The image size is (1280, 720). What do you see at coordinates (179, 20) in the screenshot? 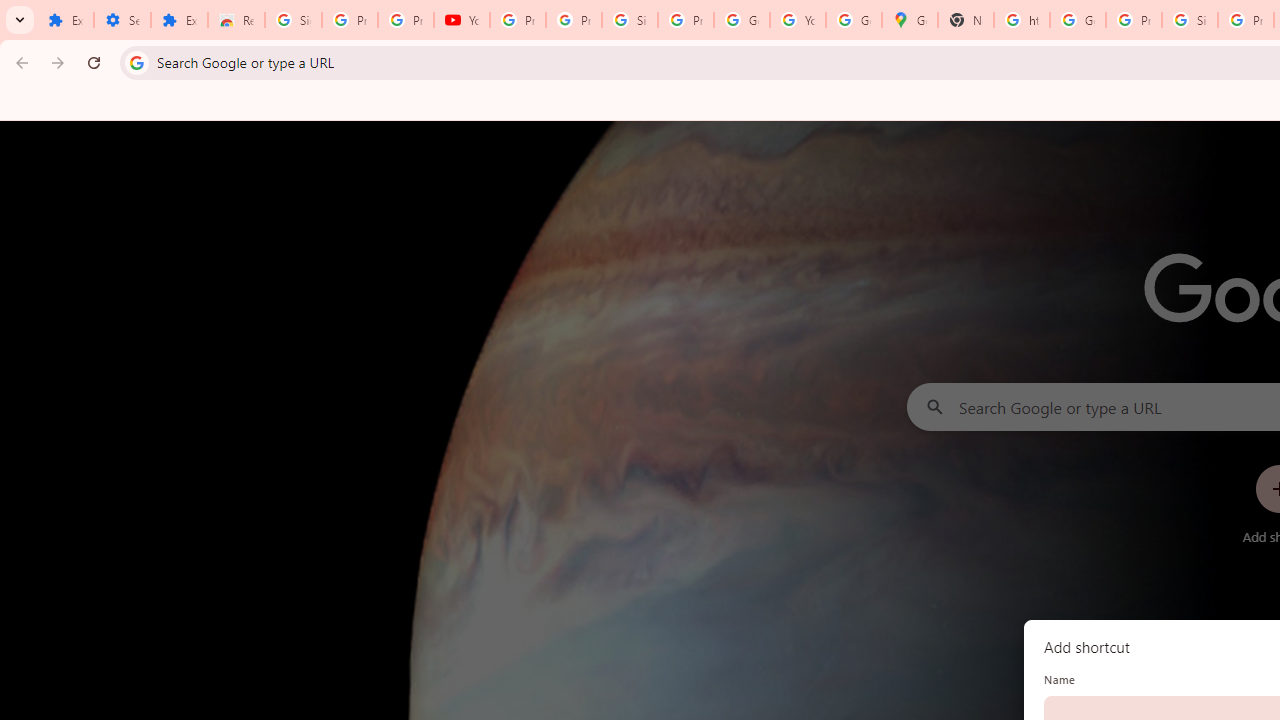
I see `'Extensions'` at bounding box center [179, 20].